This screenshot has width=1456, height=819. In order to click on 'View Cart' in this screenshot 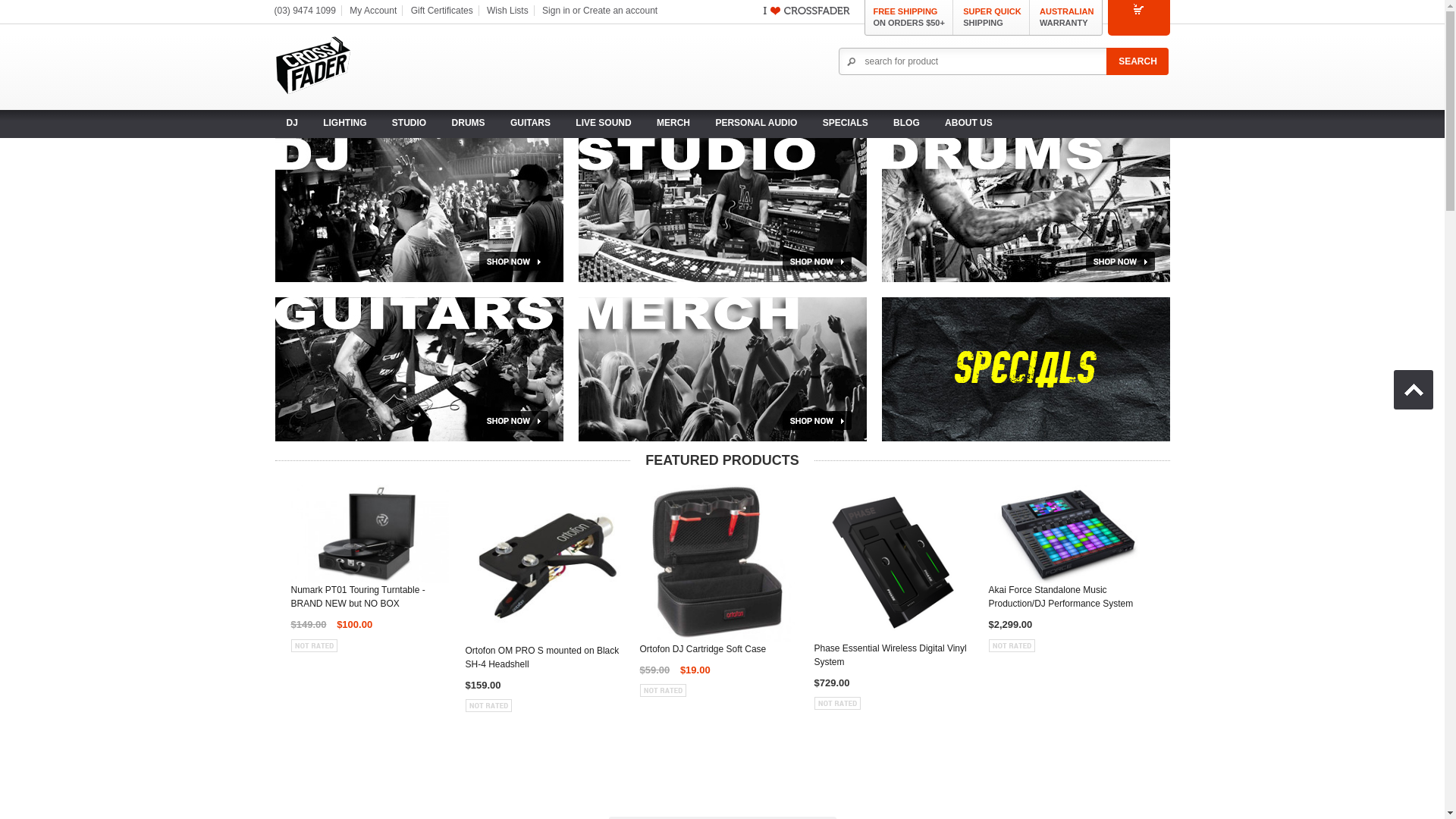, I will do `click(1138, 8)`.